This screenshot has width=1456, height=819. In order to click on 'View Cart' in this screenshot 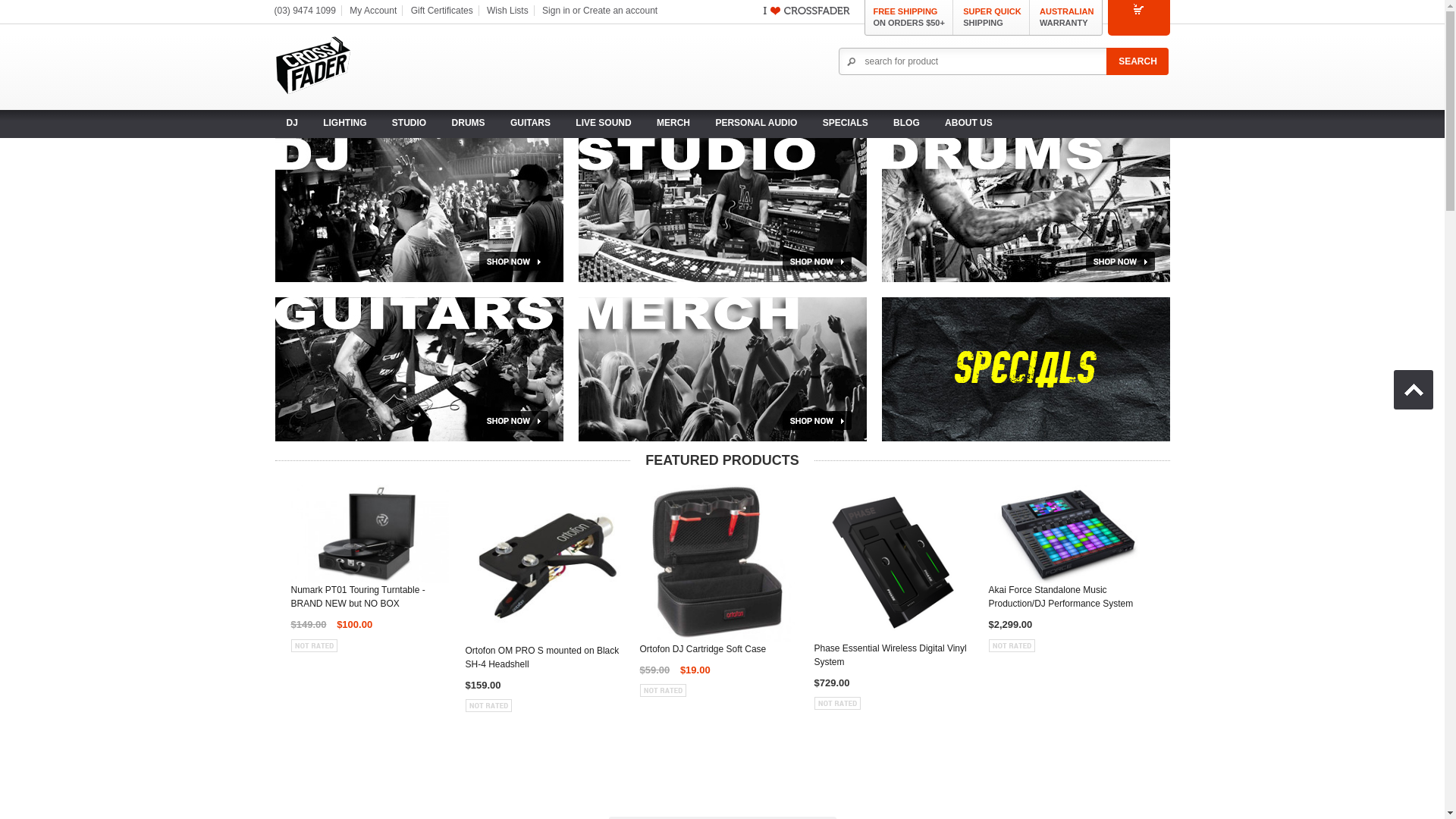, I will do `click(1138, 8)`.